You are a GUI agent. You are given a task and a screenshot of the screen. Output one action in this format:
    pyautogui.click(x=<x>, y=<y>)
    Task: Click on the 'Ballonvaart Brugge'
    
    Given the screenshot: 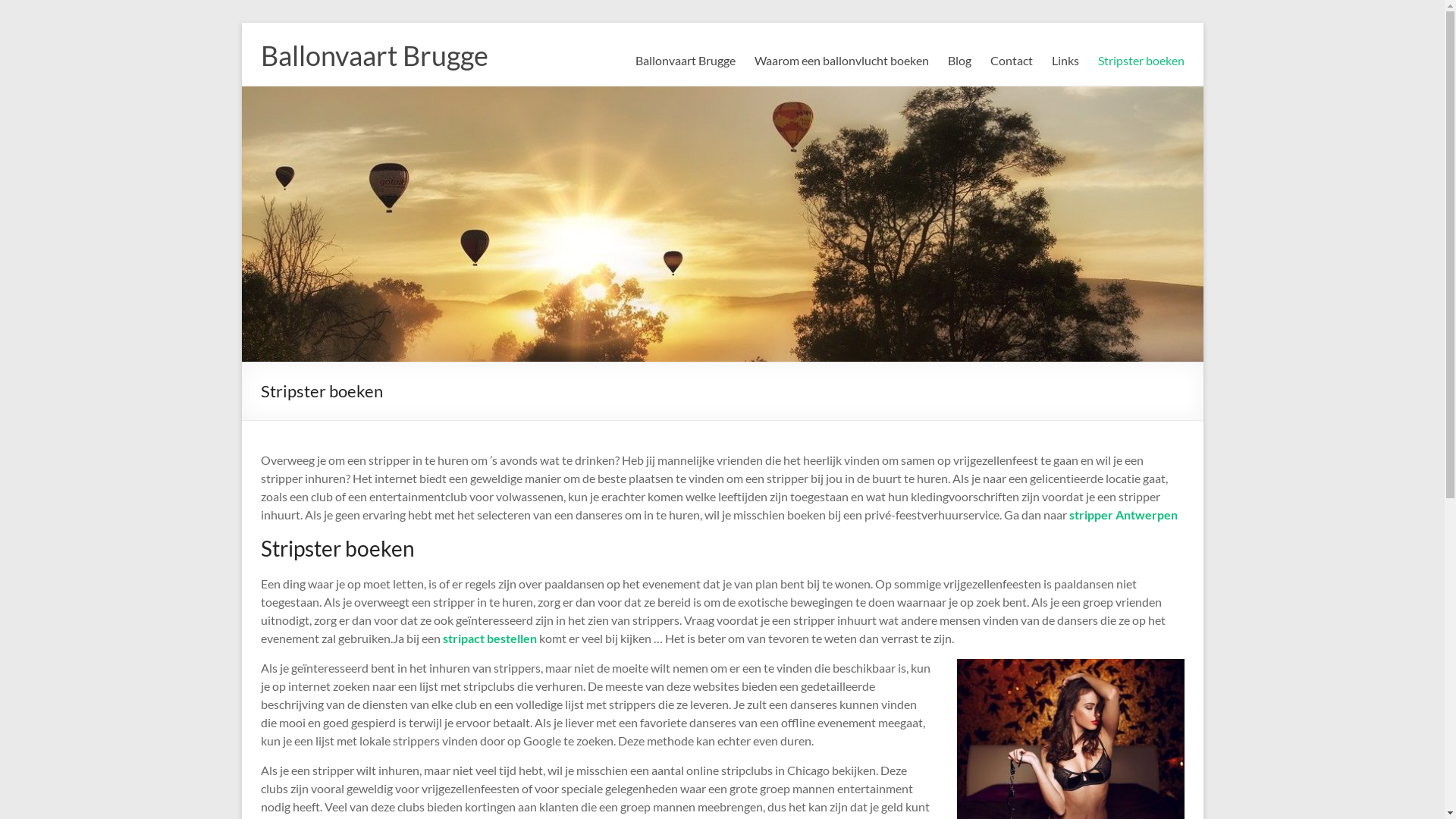 What is the action you would take?
    pyautogui.click(x=261, y=55)
    